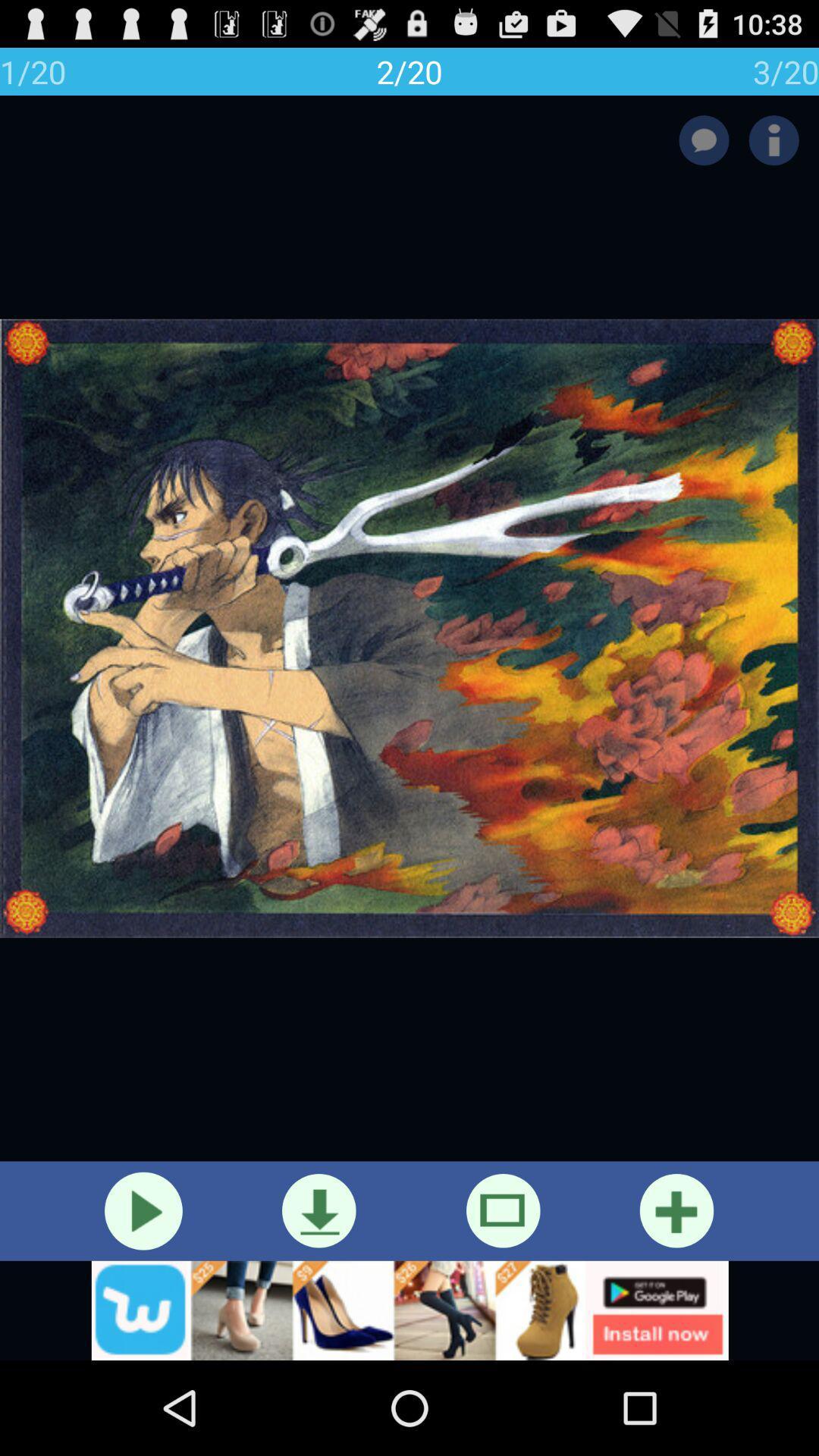  Describe the element at coordinates (773, 140) in the screenshot. I see `info` at that location.